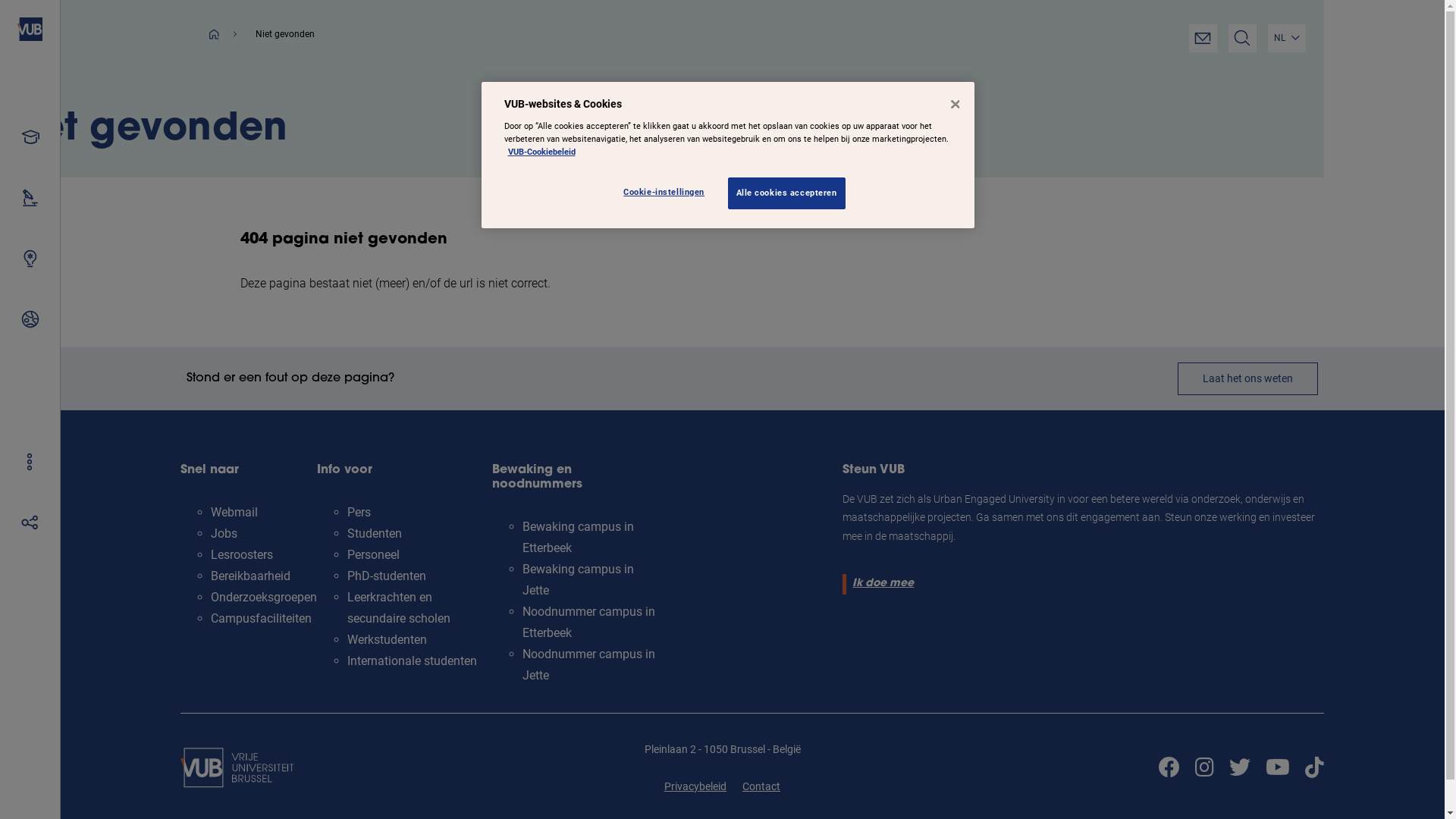  Describe the element at coordinates (1276, 767) in the screenshot. I see `'Open de youtube pagina van VUB'` at that location.